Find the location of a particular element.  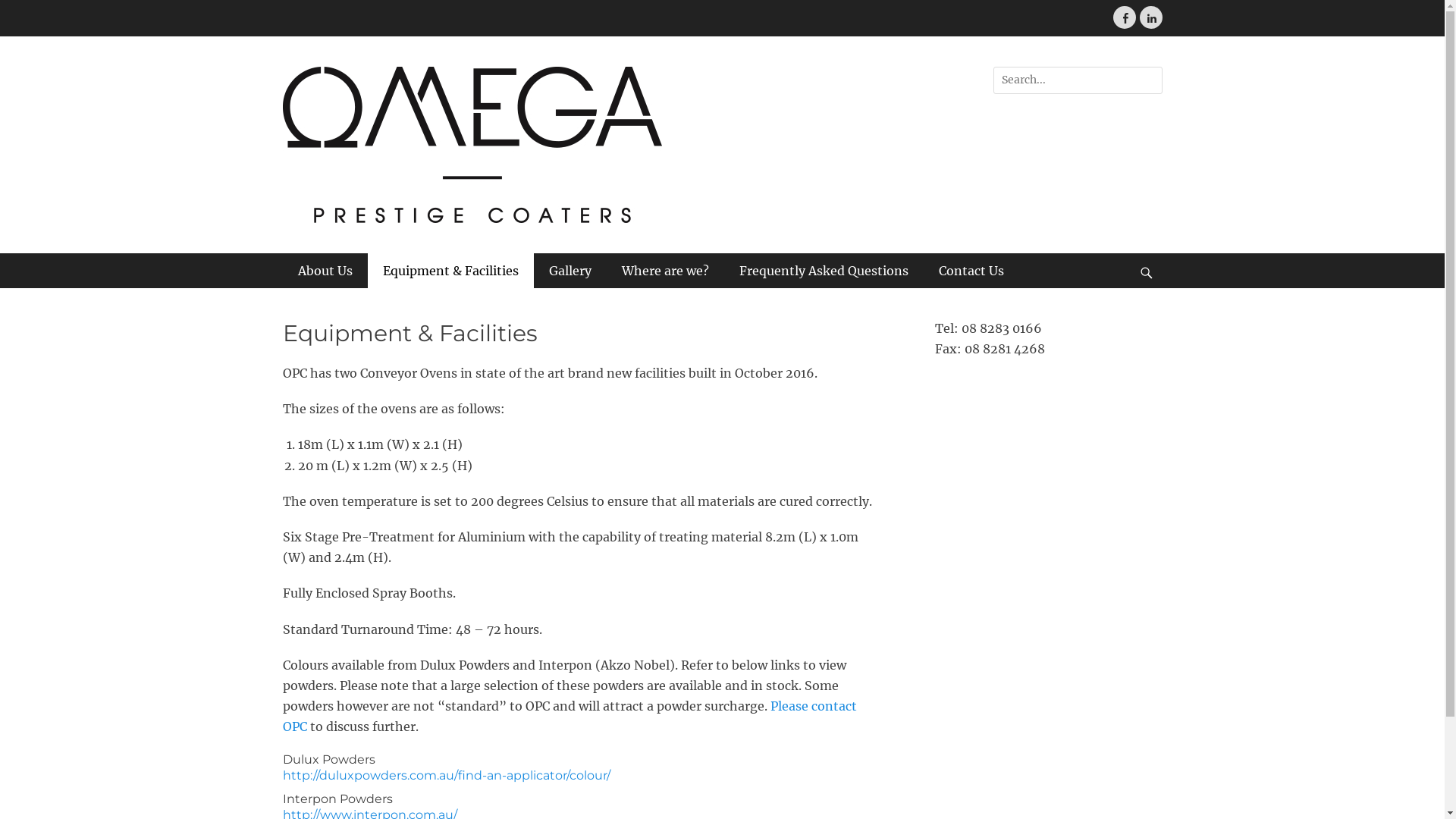

'Frequently Asked Questions' is located at coordinates (822, 270).